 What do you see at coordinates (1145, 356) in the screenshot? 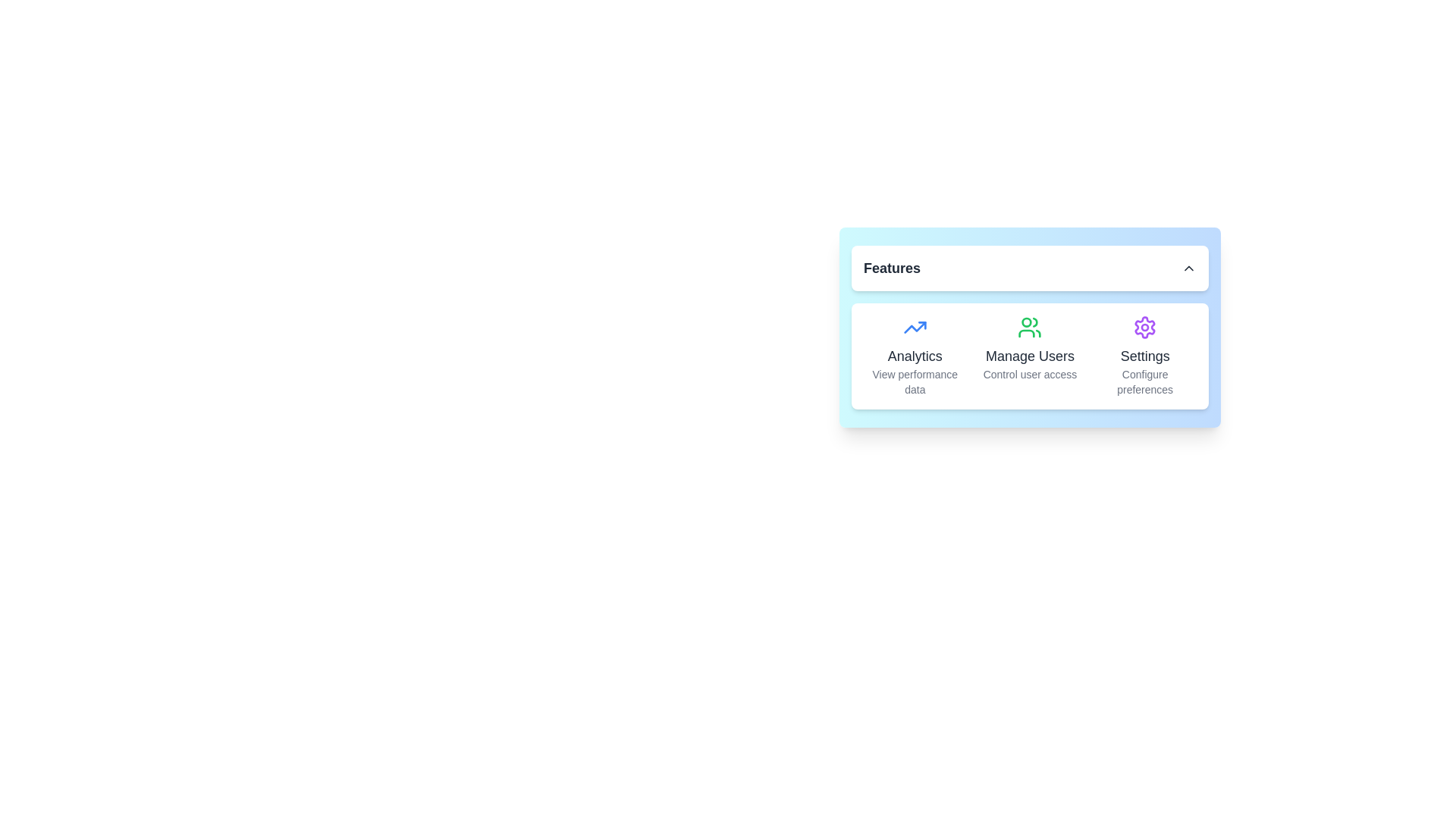
I see `text label that serves as the title for the settings section, located below the gear icon and aligned with other items like 'Analytics' and 'Manage Users'` at bounding box center [1145, 356].